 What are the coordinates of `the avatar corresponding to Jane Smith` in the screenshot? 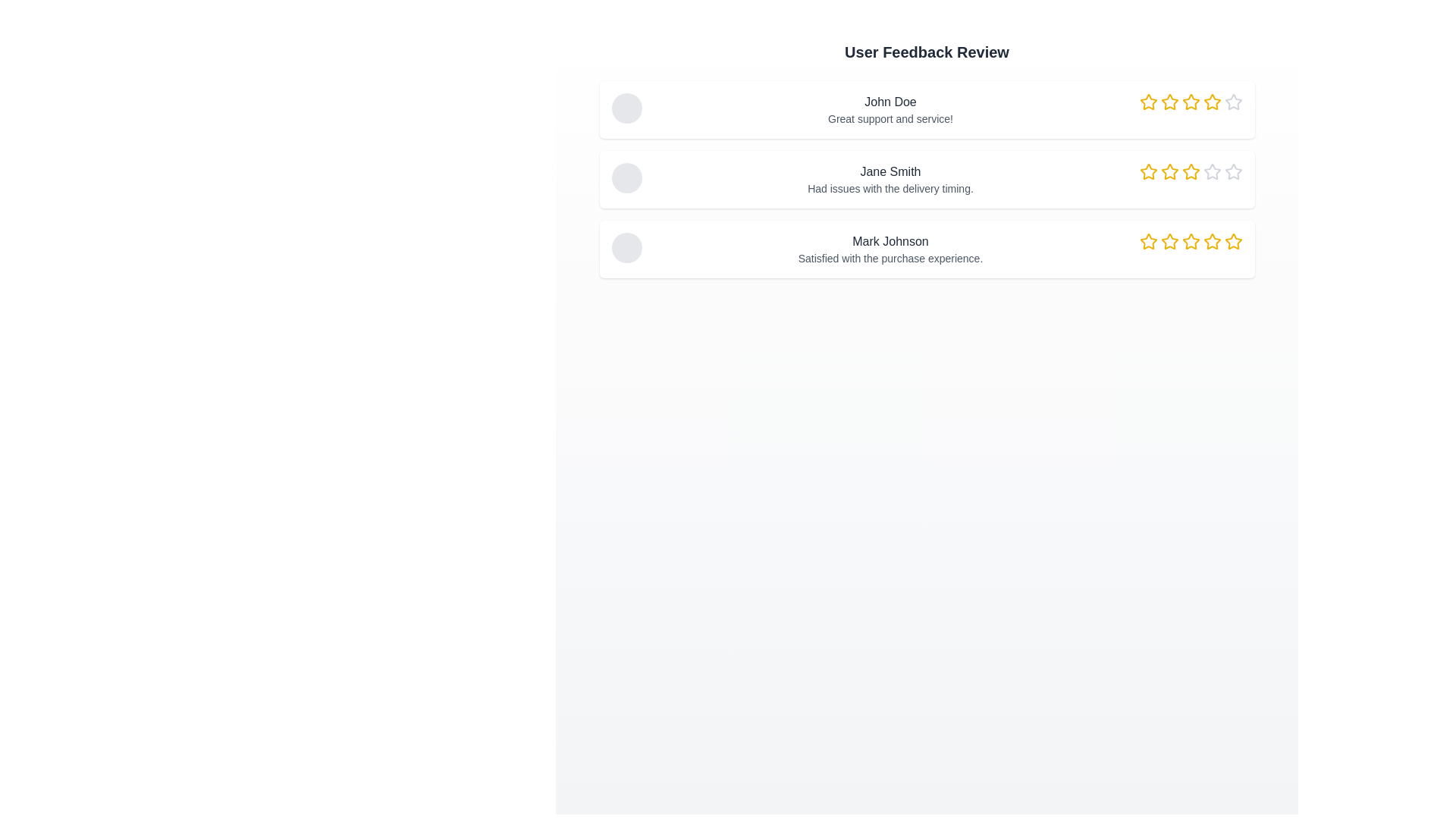 It's located at (626, 177).